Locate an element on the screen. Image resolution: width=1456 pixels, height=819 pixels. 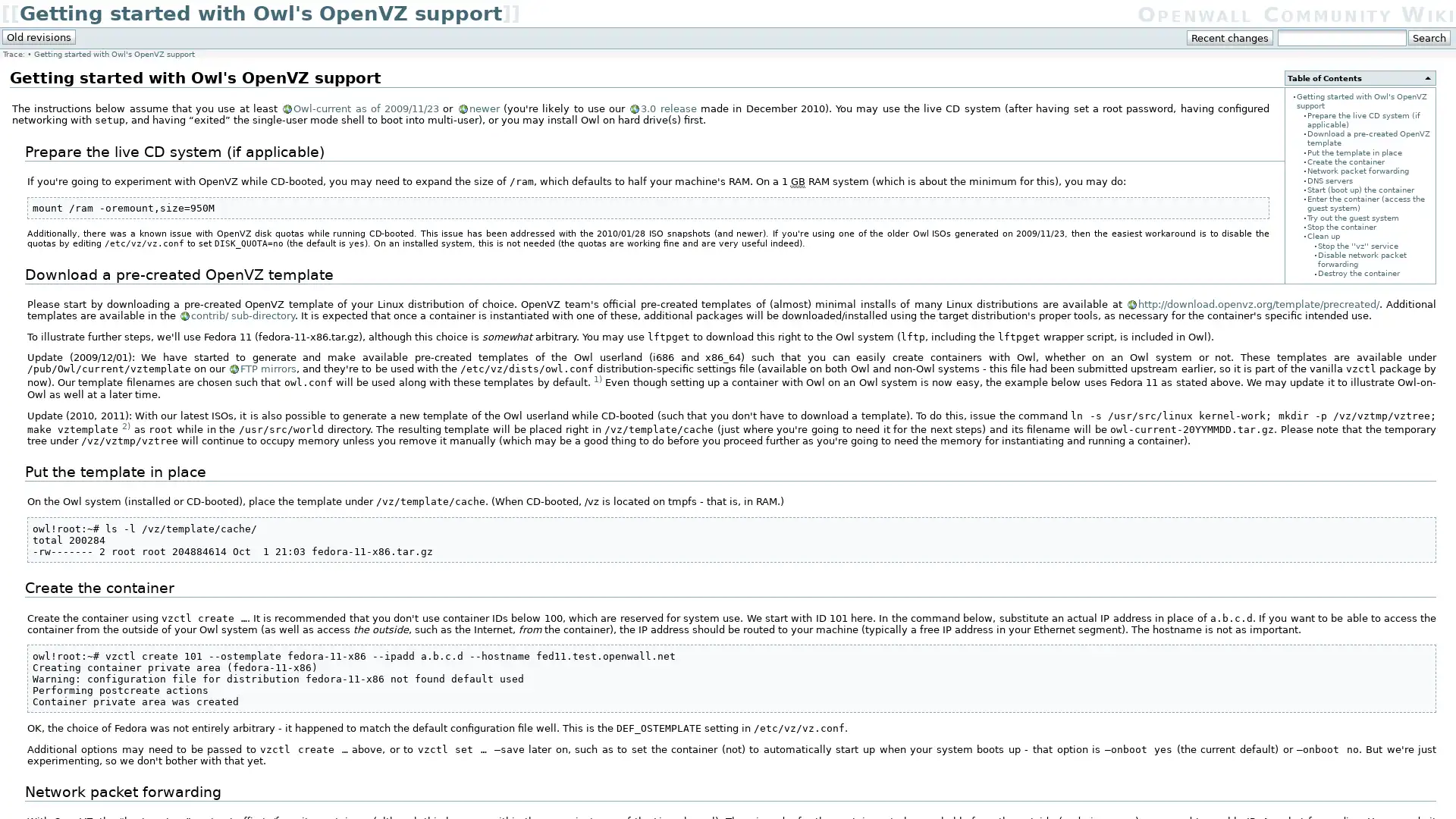
Recent changes is located at coordinates (1230, 37).